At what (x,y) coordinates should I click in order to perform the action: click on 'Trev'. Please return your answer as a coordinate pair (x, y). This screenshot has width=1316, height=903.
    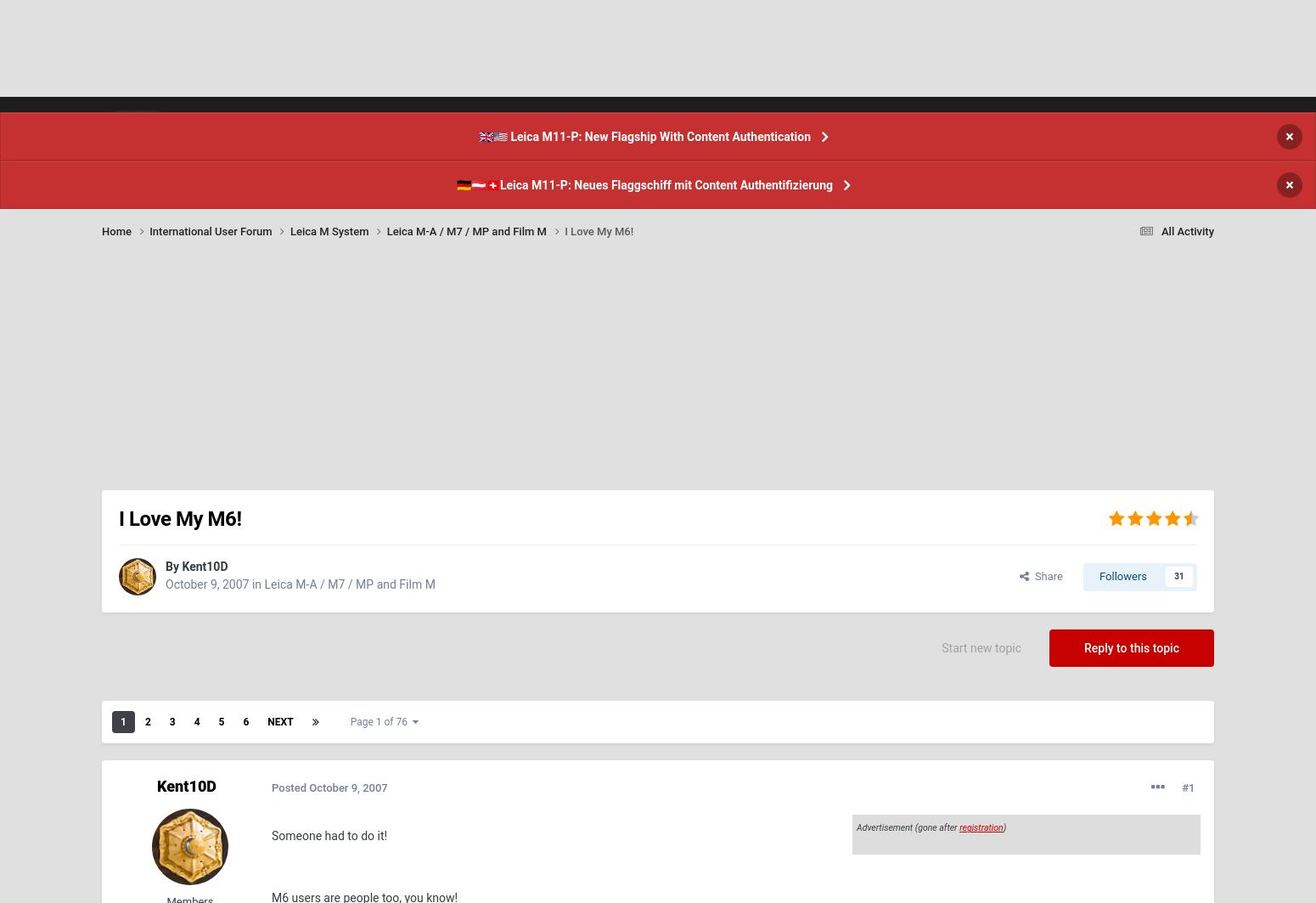
    Looking at the image, I should click on (1131, 73).